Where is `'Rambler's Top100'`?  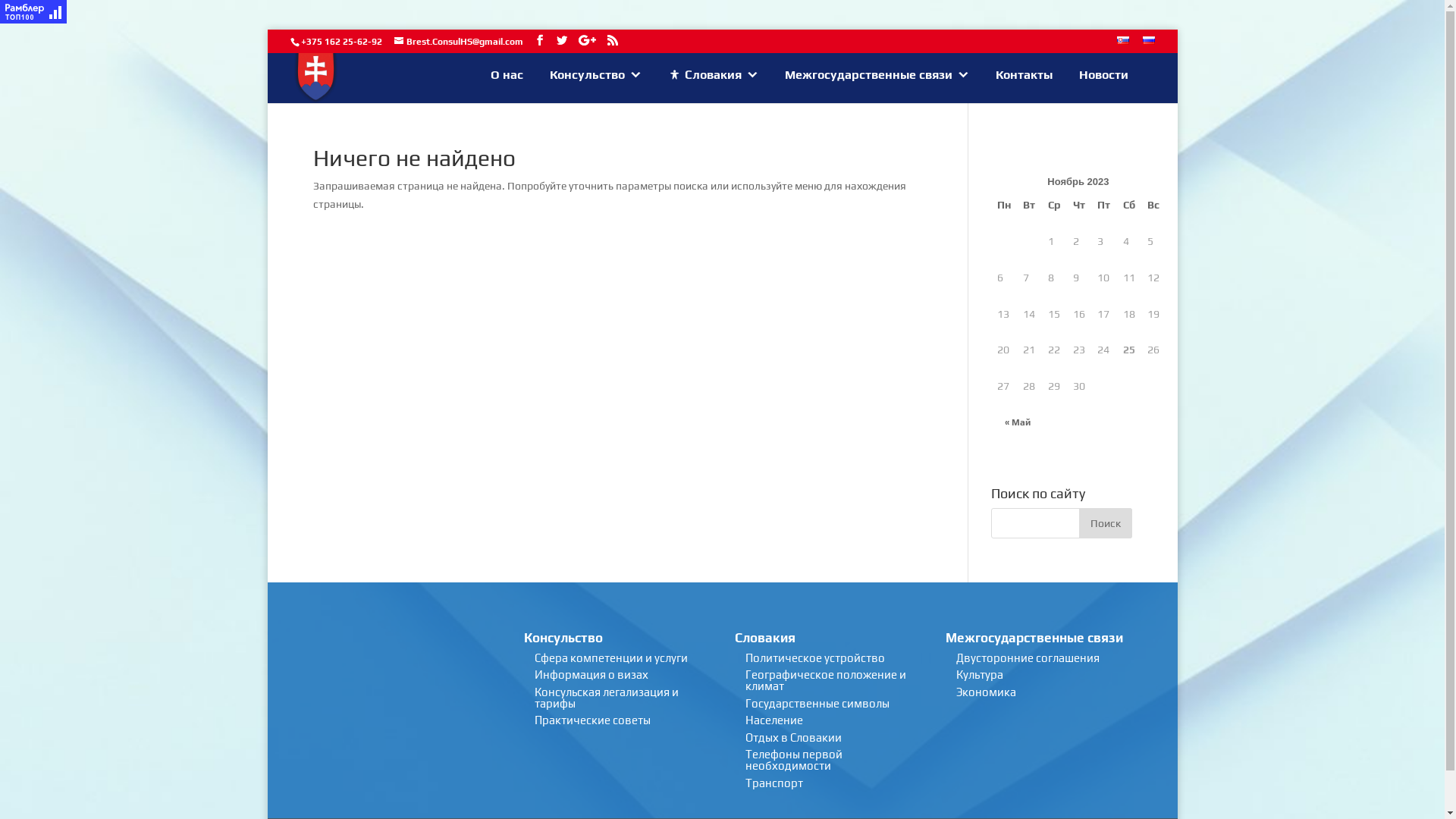
'Rambler's Top100' is located at coordinates (33, 11).